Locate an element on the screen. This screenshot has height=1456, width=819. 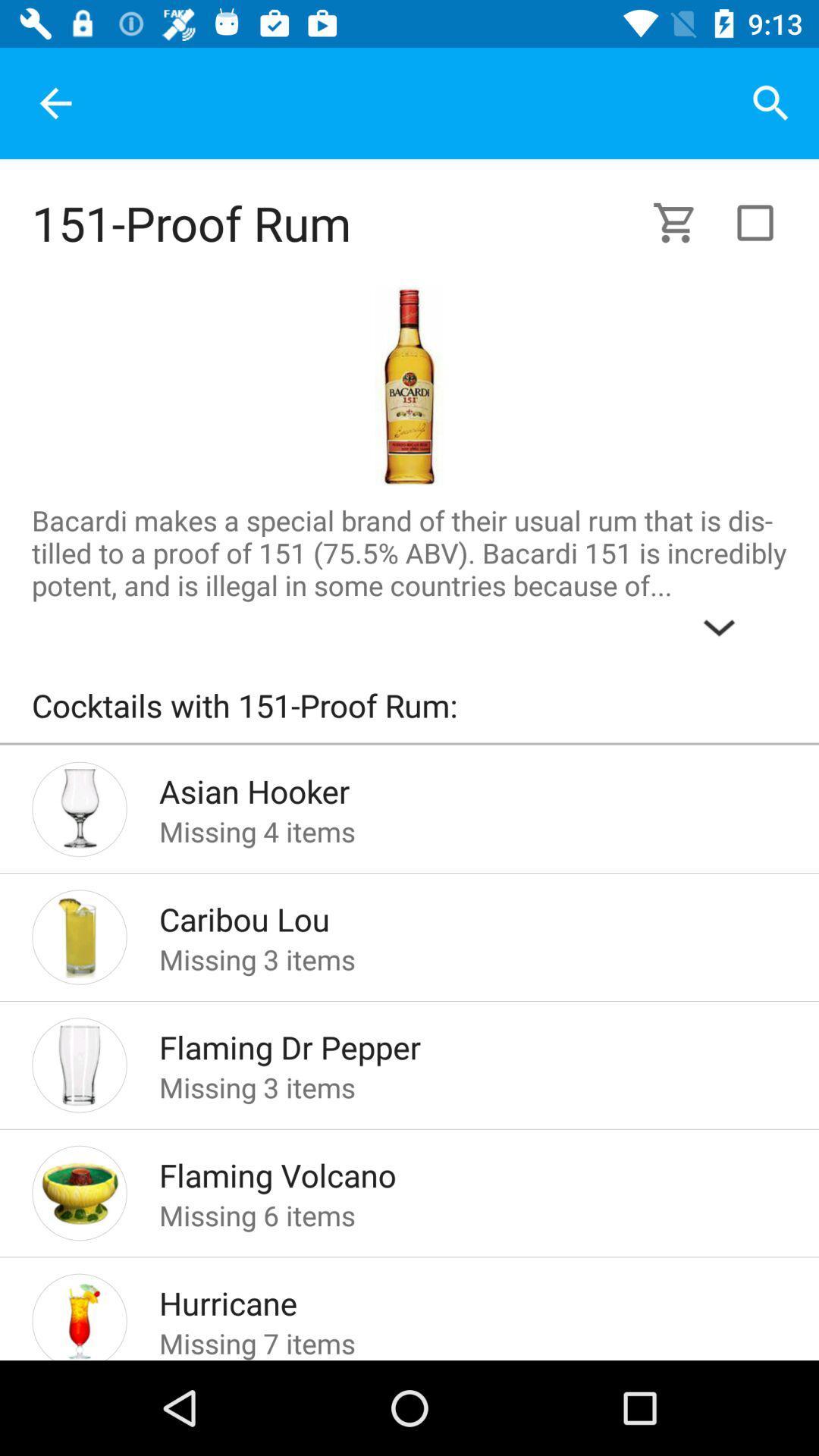
cocktails with 151 is located at coordinates (409, 712).